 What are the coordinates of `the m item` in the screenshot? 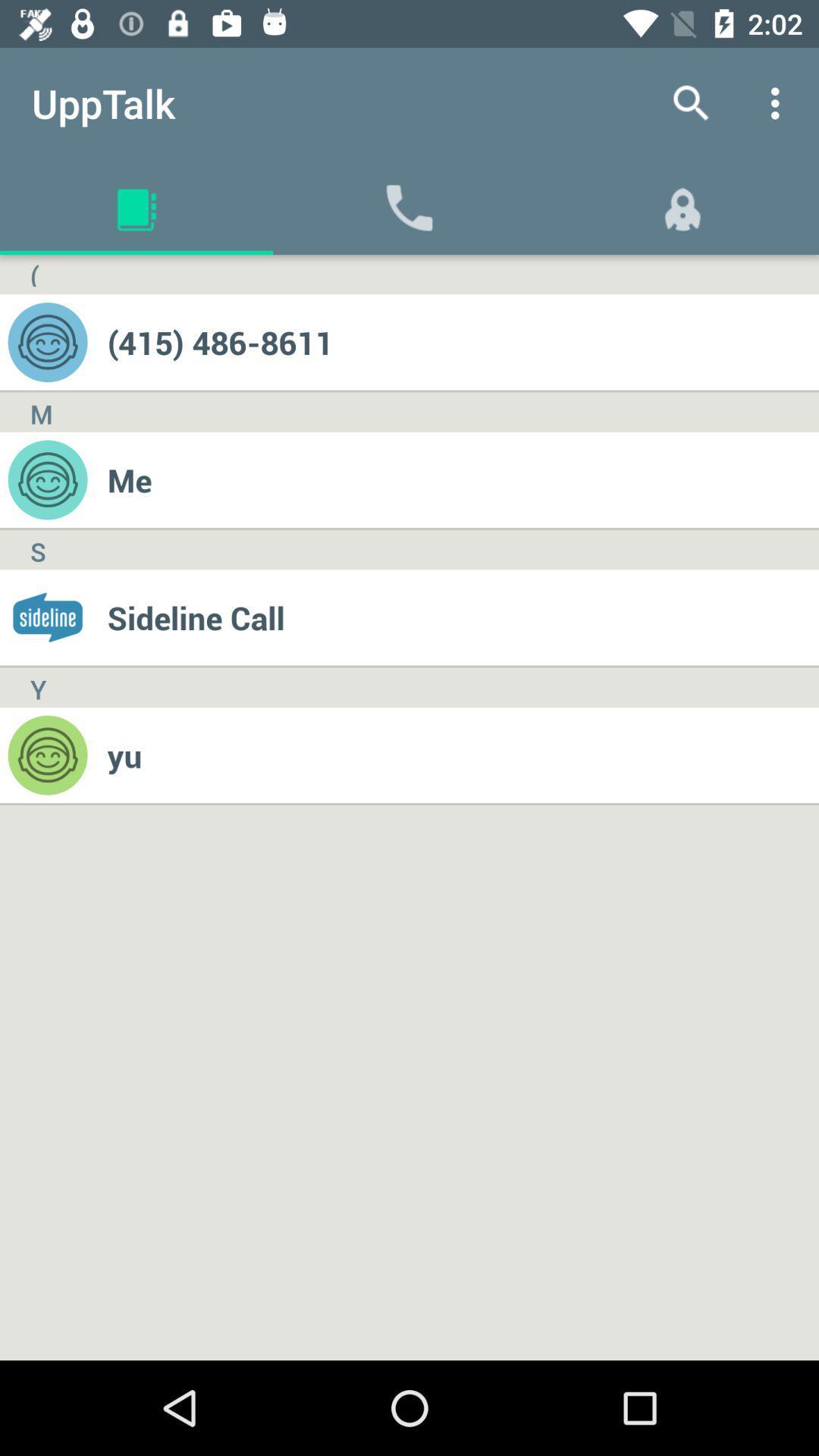 It's located at (40, 412).